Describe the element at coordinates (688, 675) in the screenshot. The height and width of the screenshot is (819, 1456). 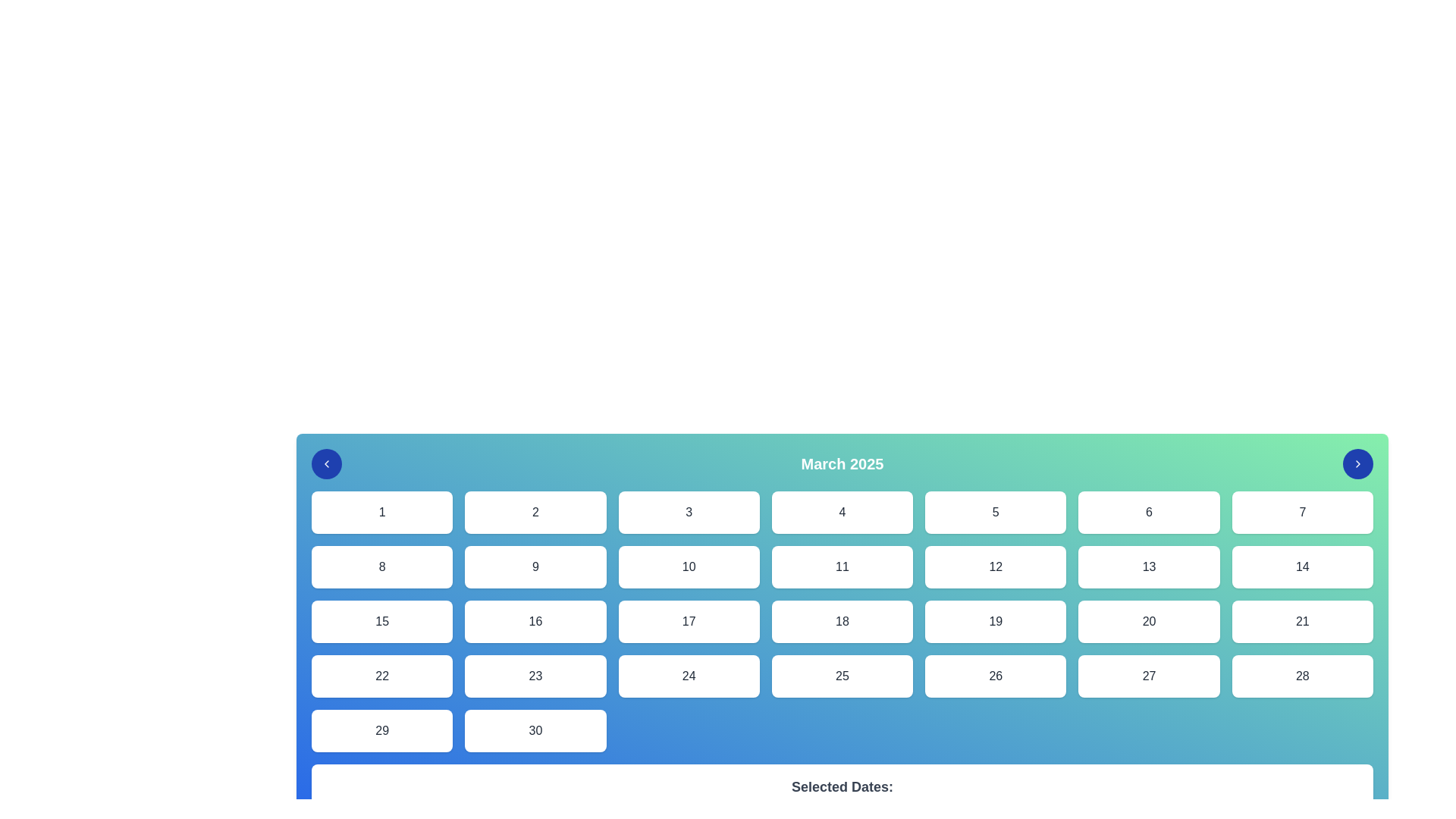
I see `the white button with rounded corners containing the text '24'` at that location.